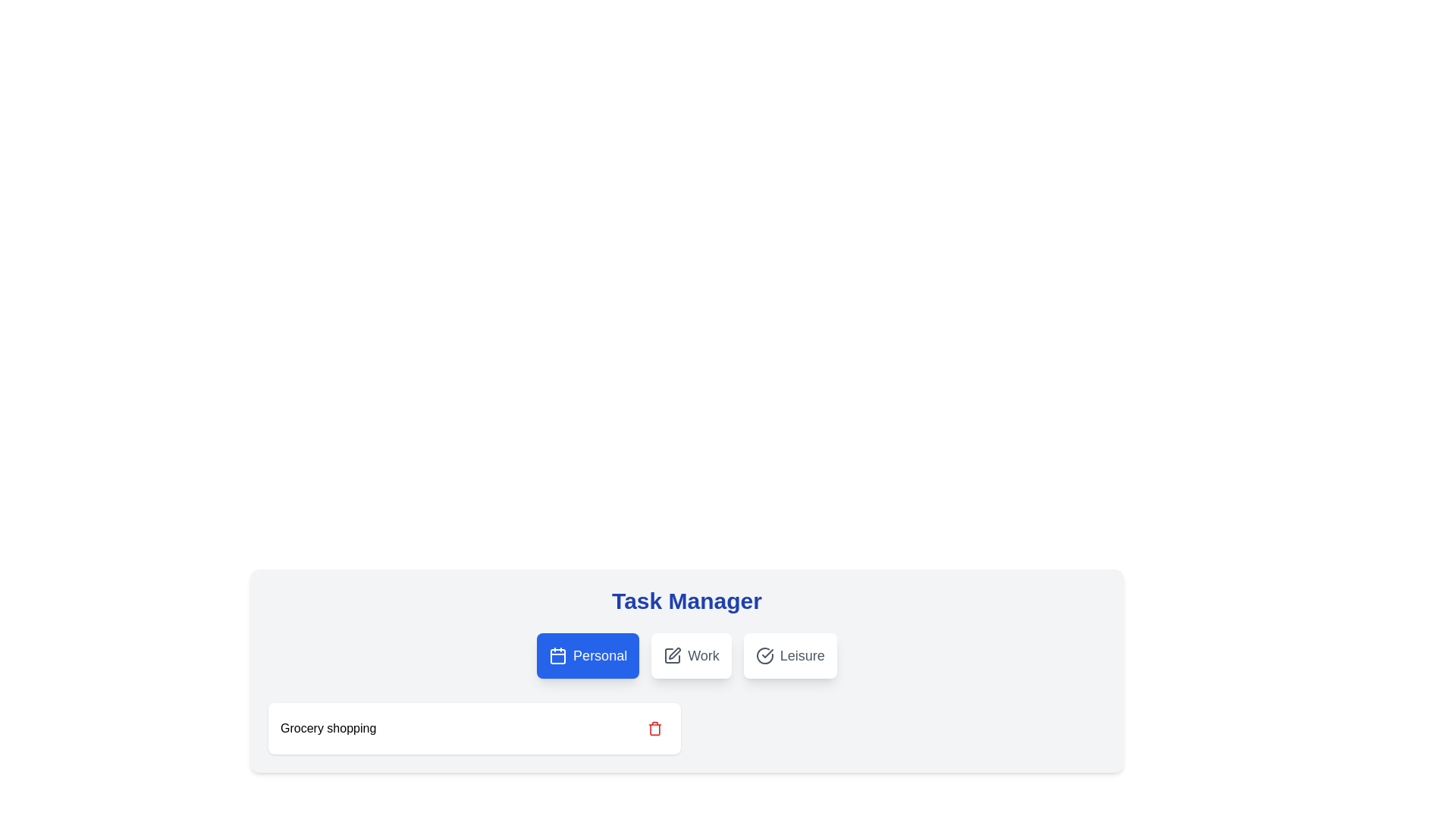 This screenshot has width=1456, height=819. I want to click on the rectangular SVG shape within the calendar-related icon, which is part of the blue 'Personal' button in the task manager interface, so click(557, 656).